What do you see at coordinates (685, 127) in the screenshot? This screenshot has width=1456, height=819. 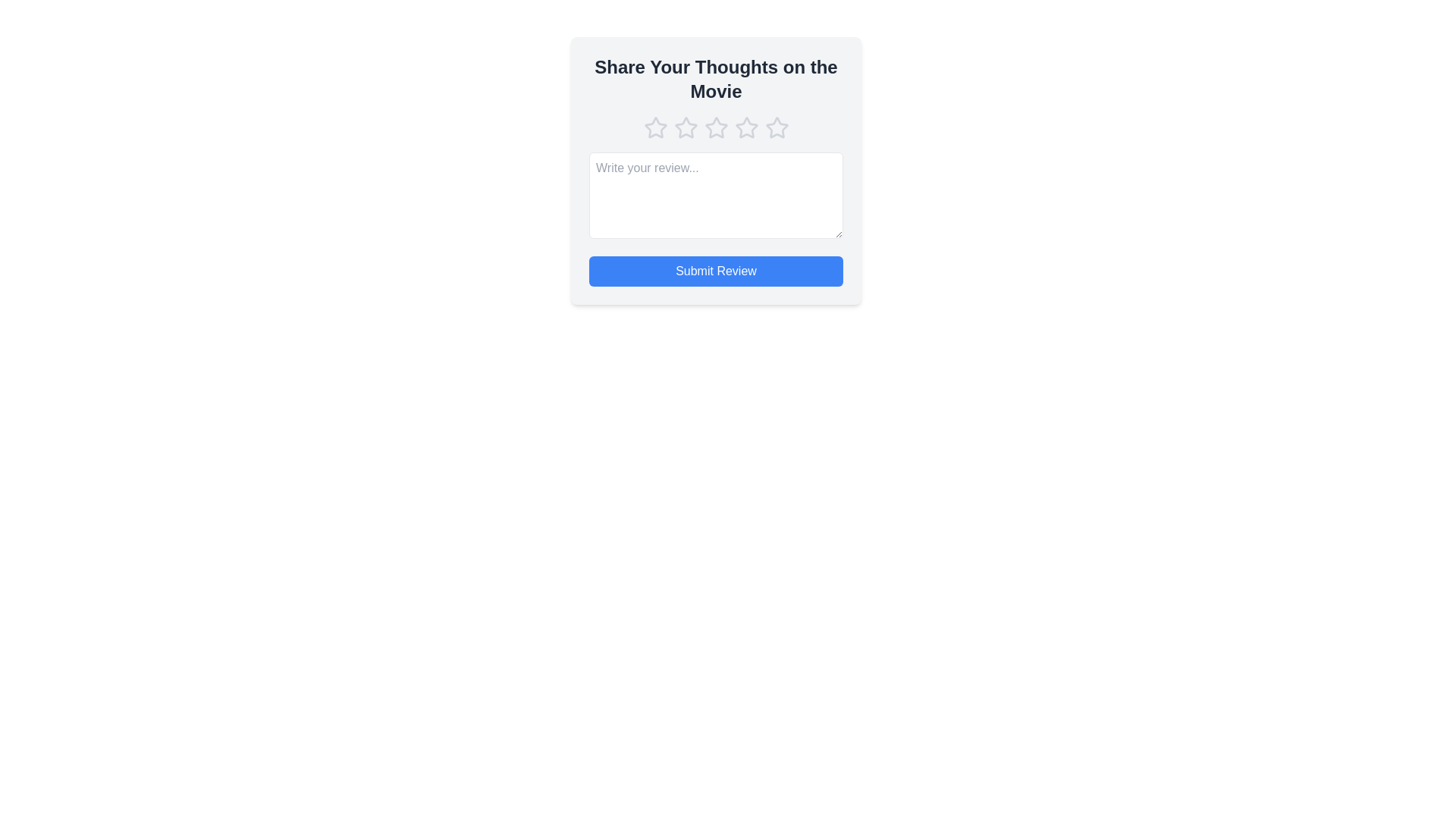 I see `the second star icon in the movie rating system` at bounding box center [685, 127].